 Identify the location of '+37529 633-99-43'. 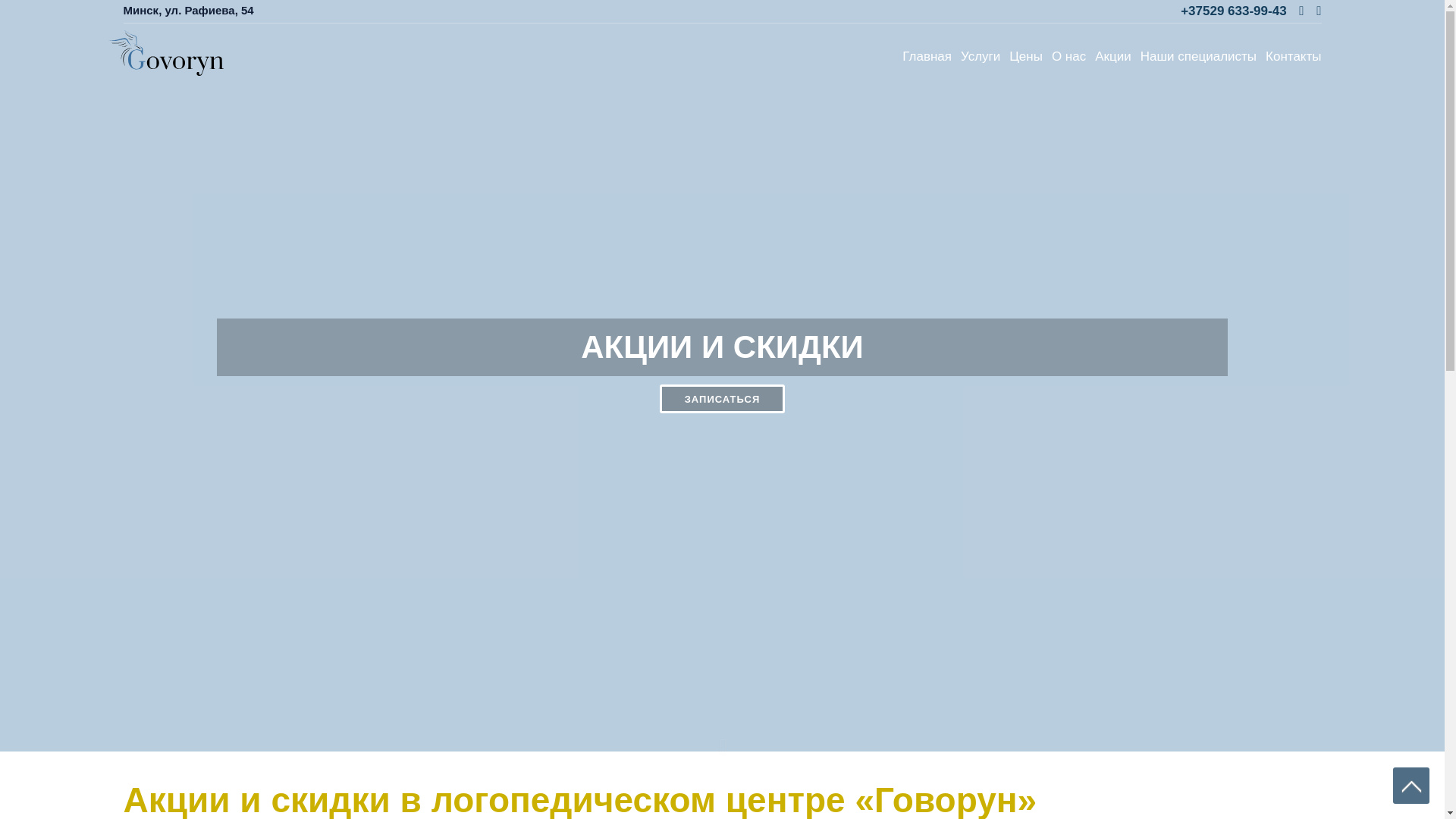
(1235, 11).